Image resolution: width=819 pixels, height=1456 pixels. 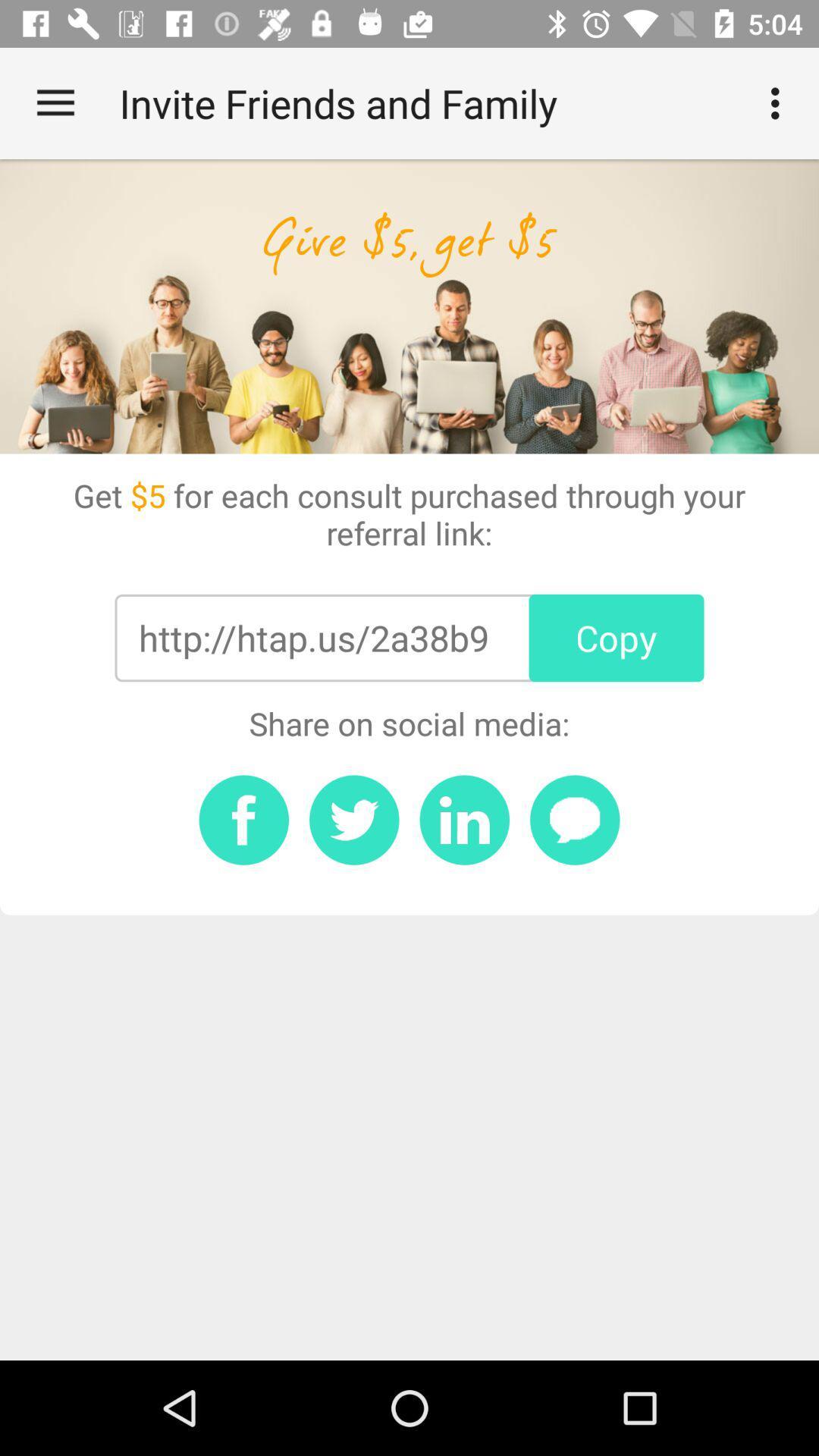 I want to click on the facebook icon, so click(x=243, y=819).